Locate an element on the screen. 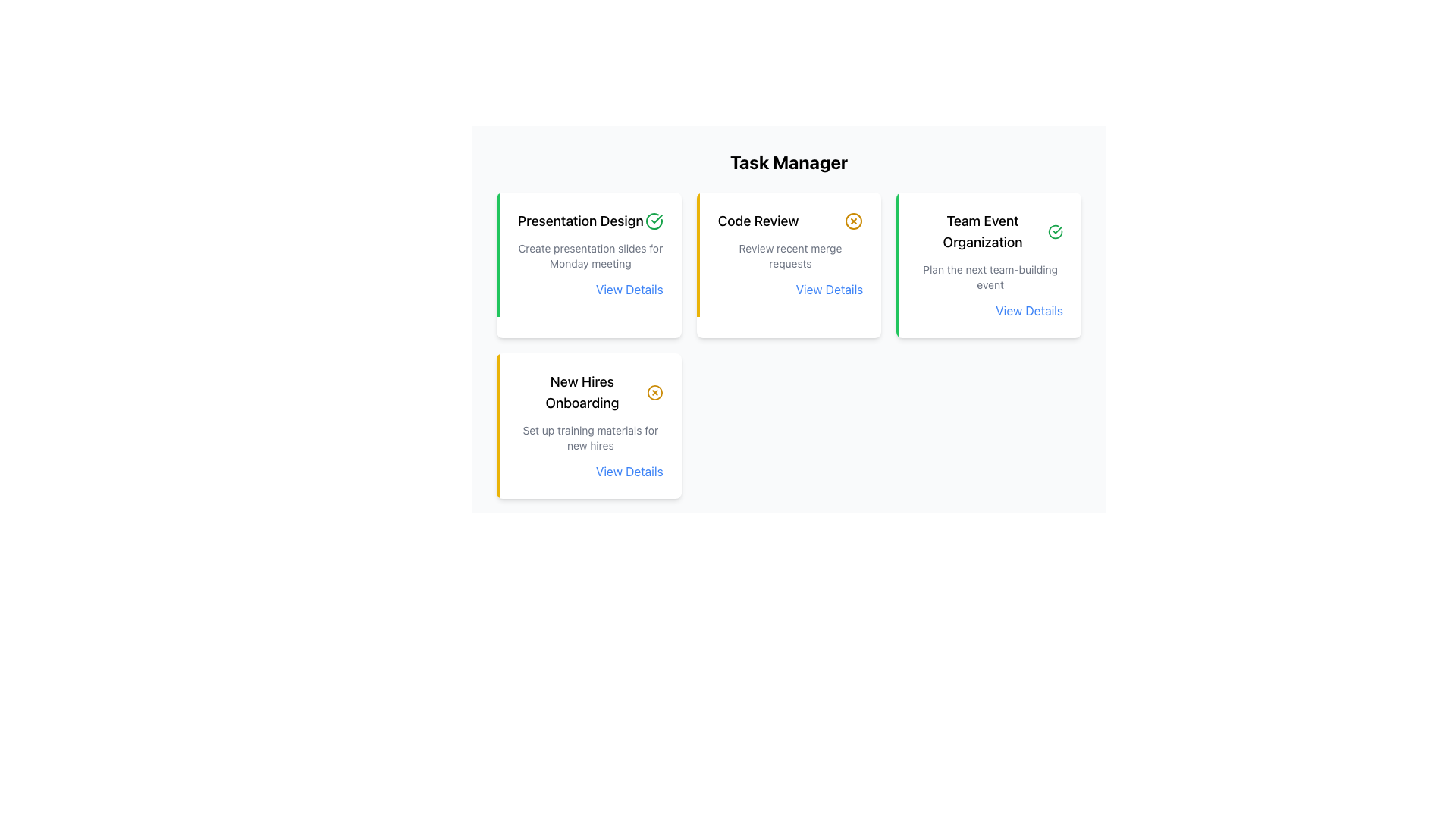 The width and height of the screenshot is (1456, 819). the summary card for the task 'Presentation Design', which is the first item in the grid layout of cards under the 'Task Manager' section is located at coordinates (588, 265).